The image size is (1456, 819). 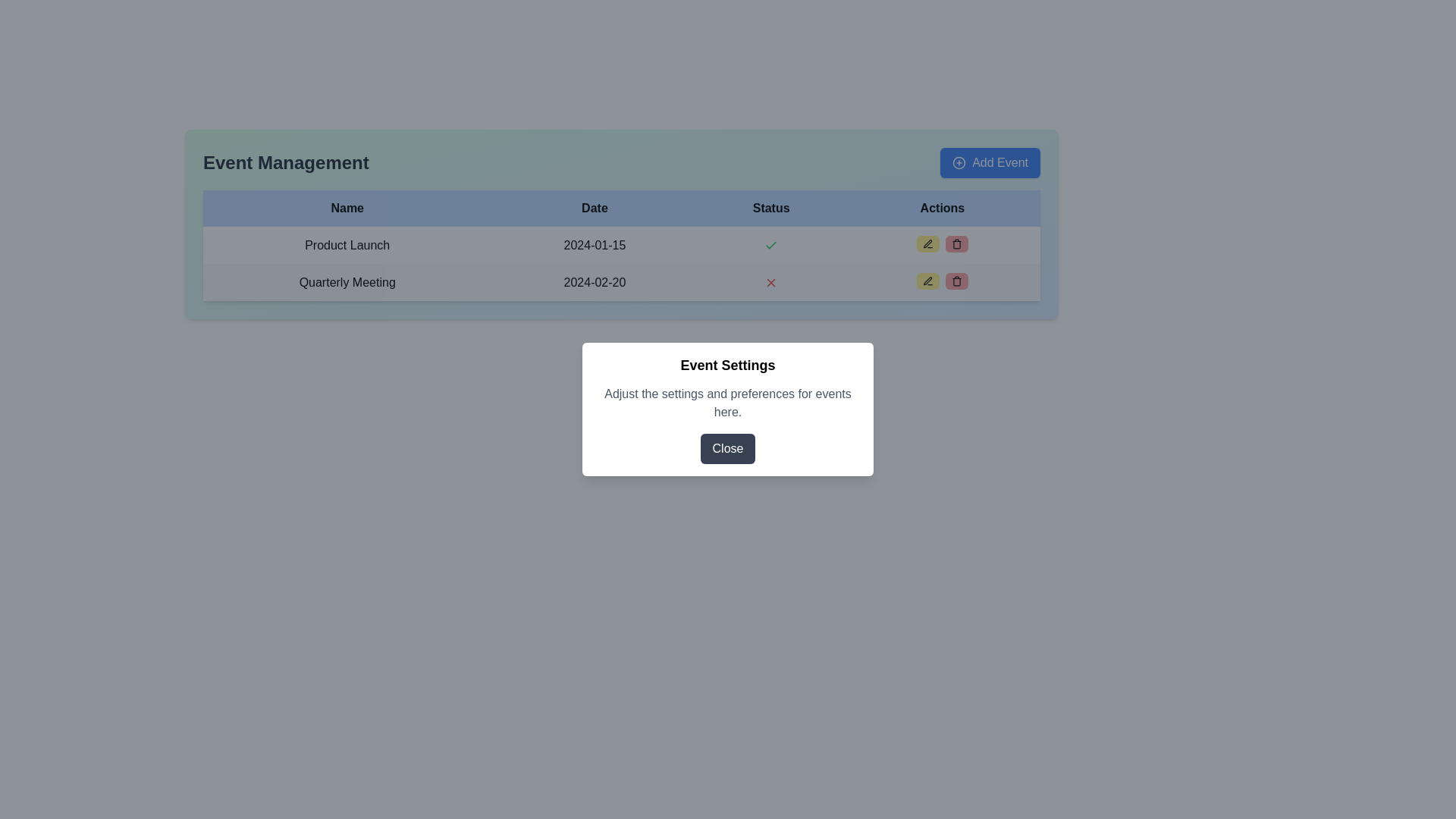 I want to click on the text display element that shows the date for 'Product Launch' in the 'Date' column of the table, so click(x=594, y=244).